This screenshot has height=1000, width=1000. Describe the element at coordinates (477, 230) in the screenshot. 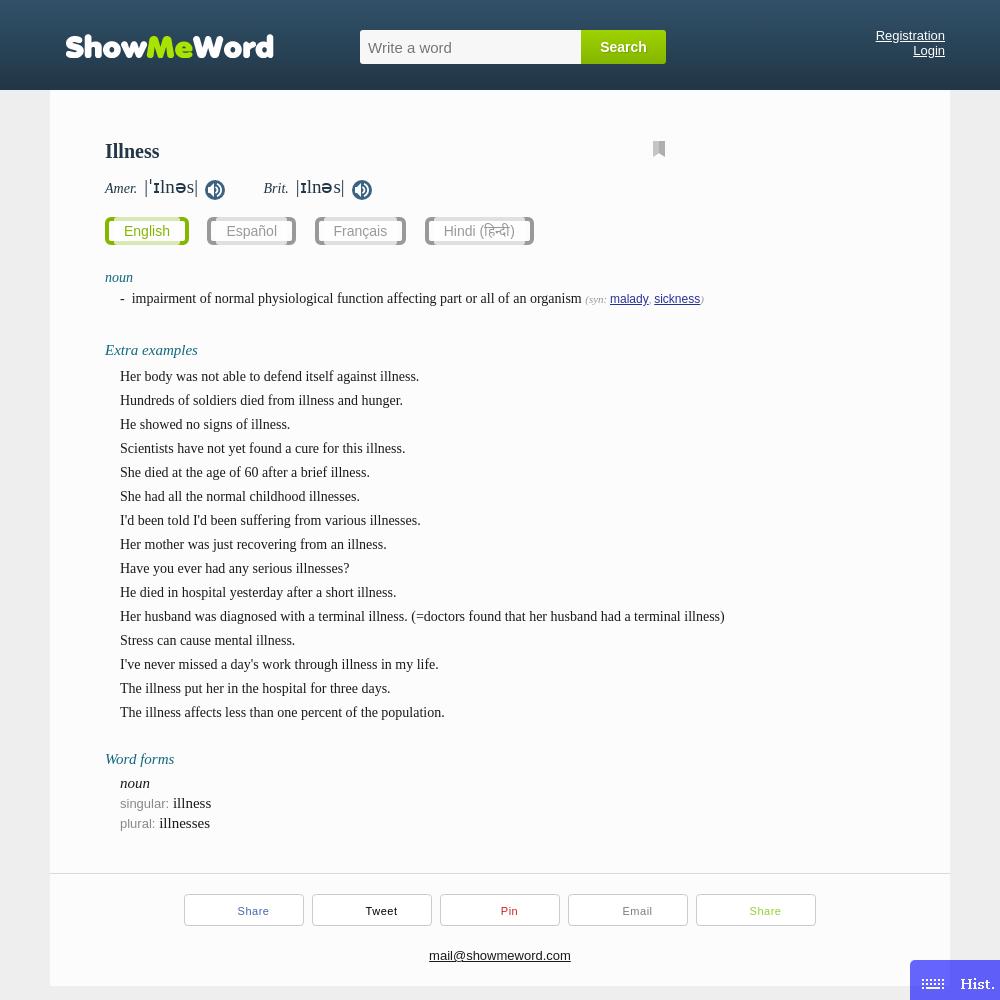

I see `'Hindi (हिन्दी)'` at that location.